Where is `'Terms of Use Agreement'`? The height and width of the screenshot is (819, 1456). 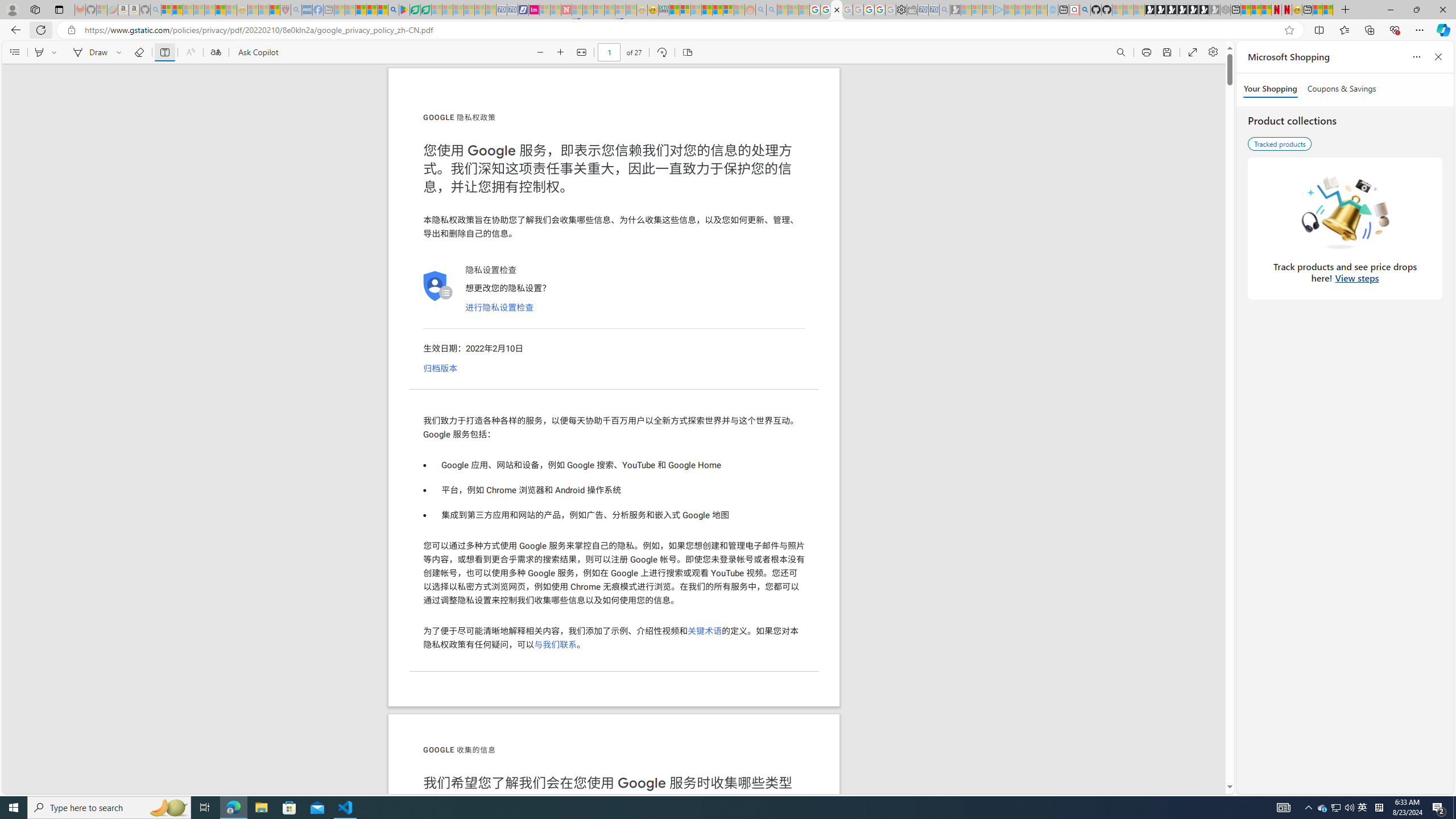 'Terms of Use Agreement' is located at coordinates (415, 9).